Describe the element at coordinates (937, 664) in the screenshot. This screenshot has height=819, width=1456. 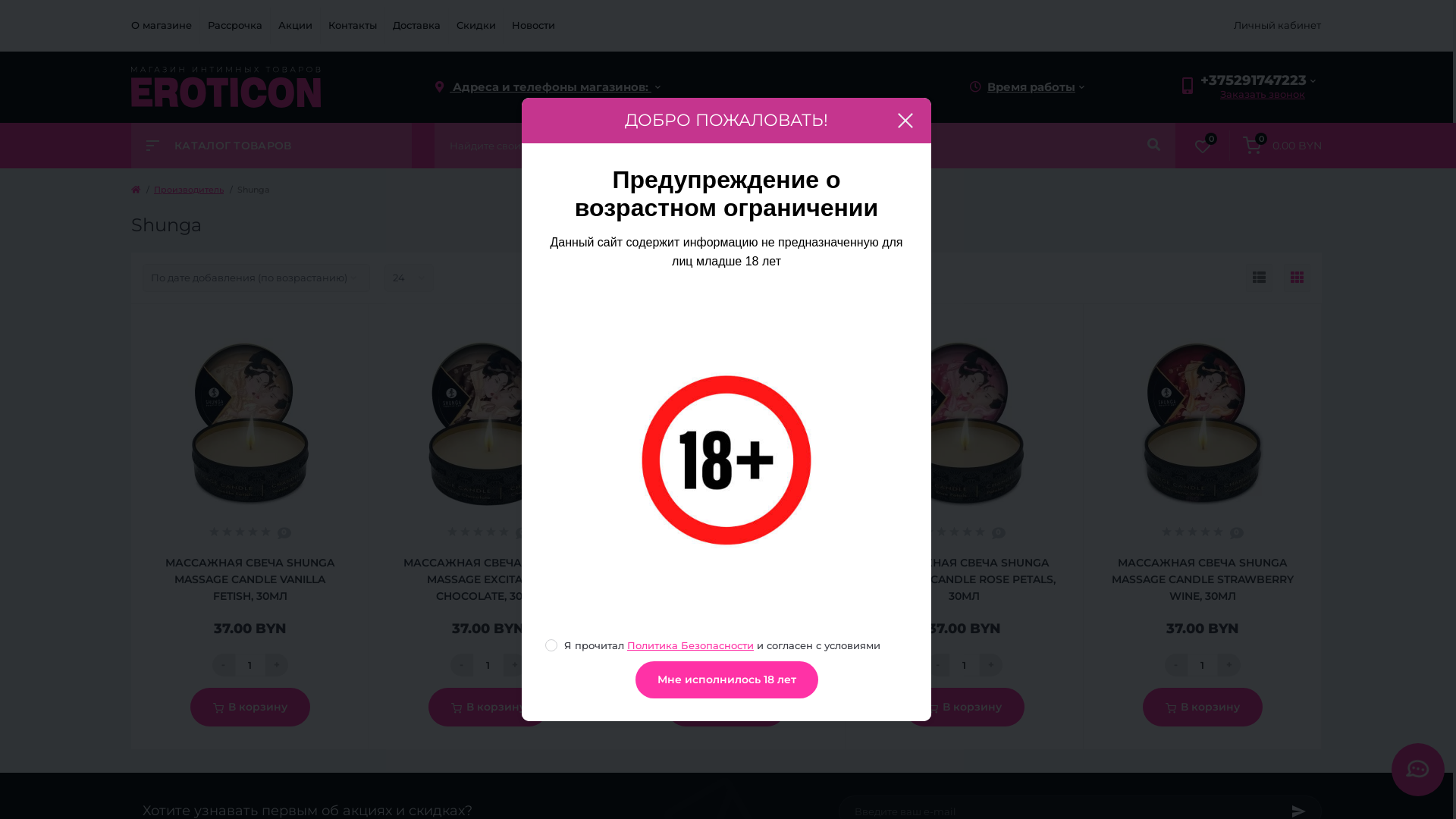
I see `'-'` at that location.